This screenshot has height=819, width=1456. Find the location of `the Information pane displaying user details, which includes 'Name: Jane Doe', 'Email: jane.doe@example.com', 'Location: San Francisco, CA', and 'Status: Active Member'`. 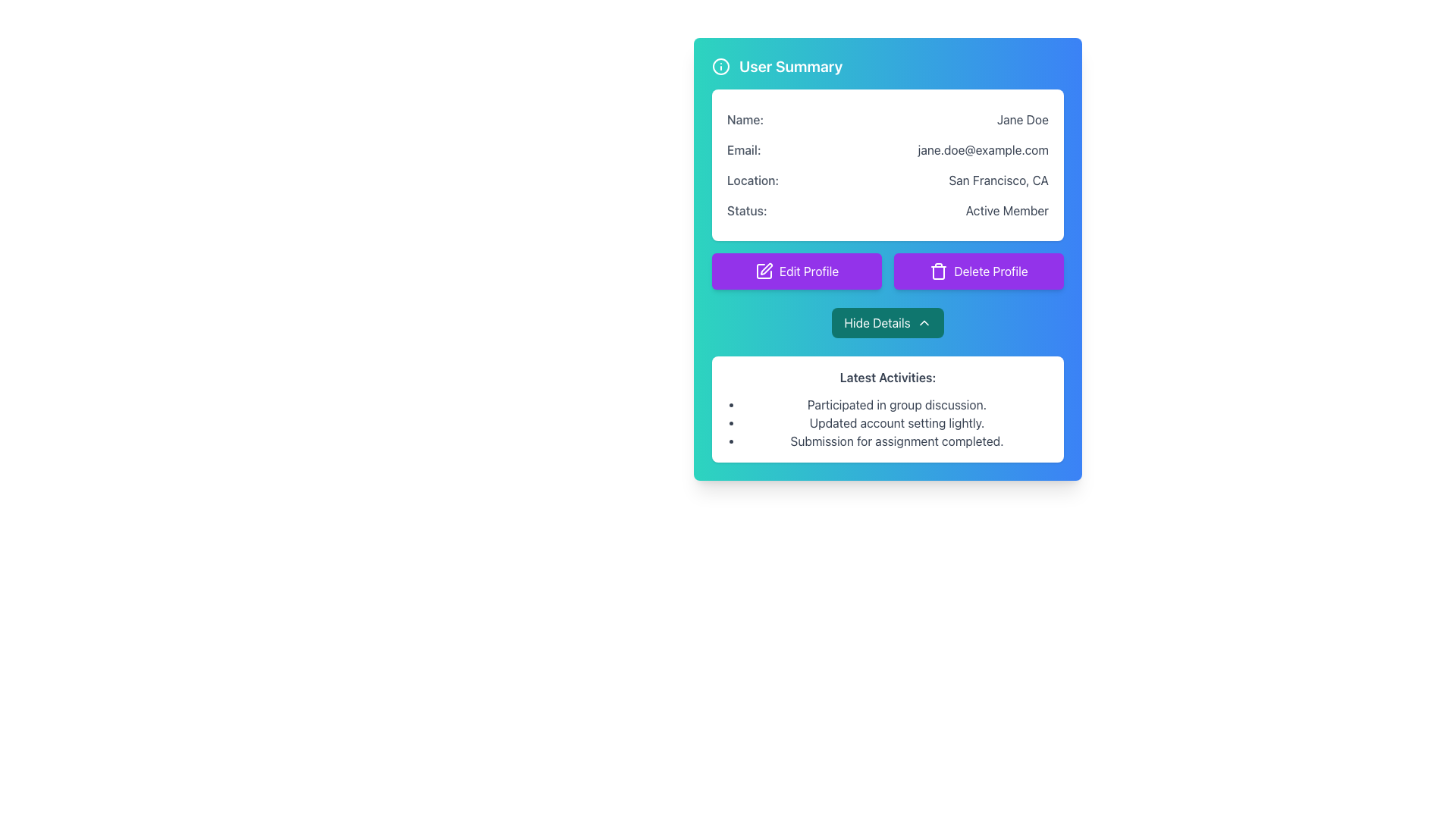

the Information pane displaying user details, which includes 'Name: Jane Doe', 'Email: jane.doe@example.com', 'Location: San Francisco, CA', and 'Status: Active Member' is located at coordinates (888, 165).